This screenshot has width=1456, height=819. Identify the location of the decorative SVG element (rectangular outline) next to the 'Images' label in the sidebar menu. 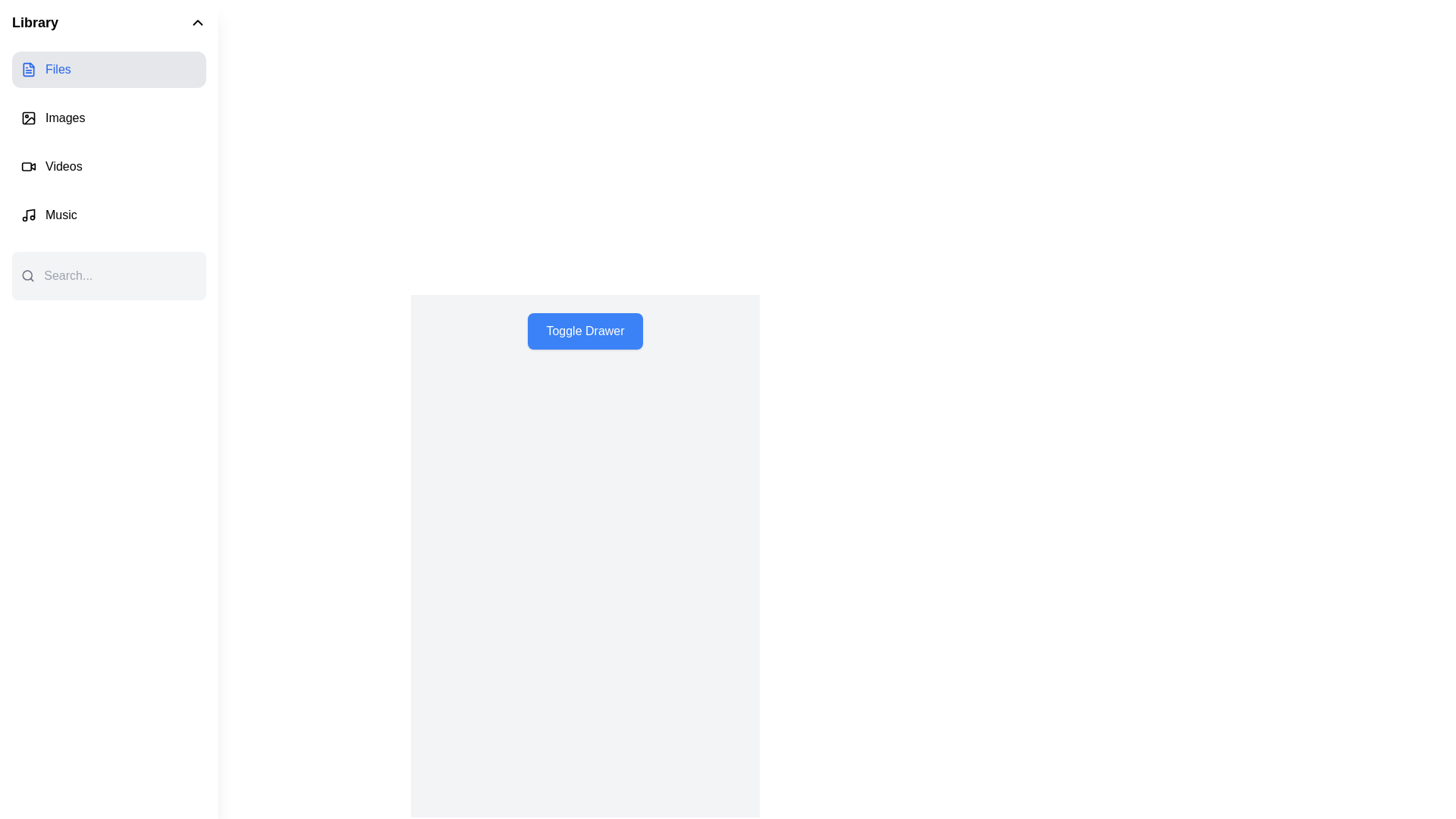
(29, 117).